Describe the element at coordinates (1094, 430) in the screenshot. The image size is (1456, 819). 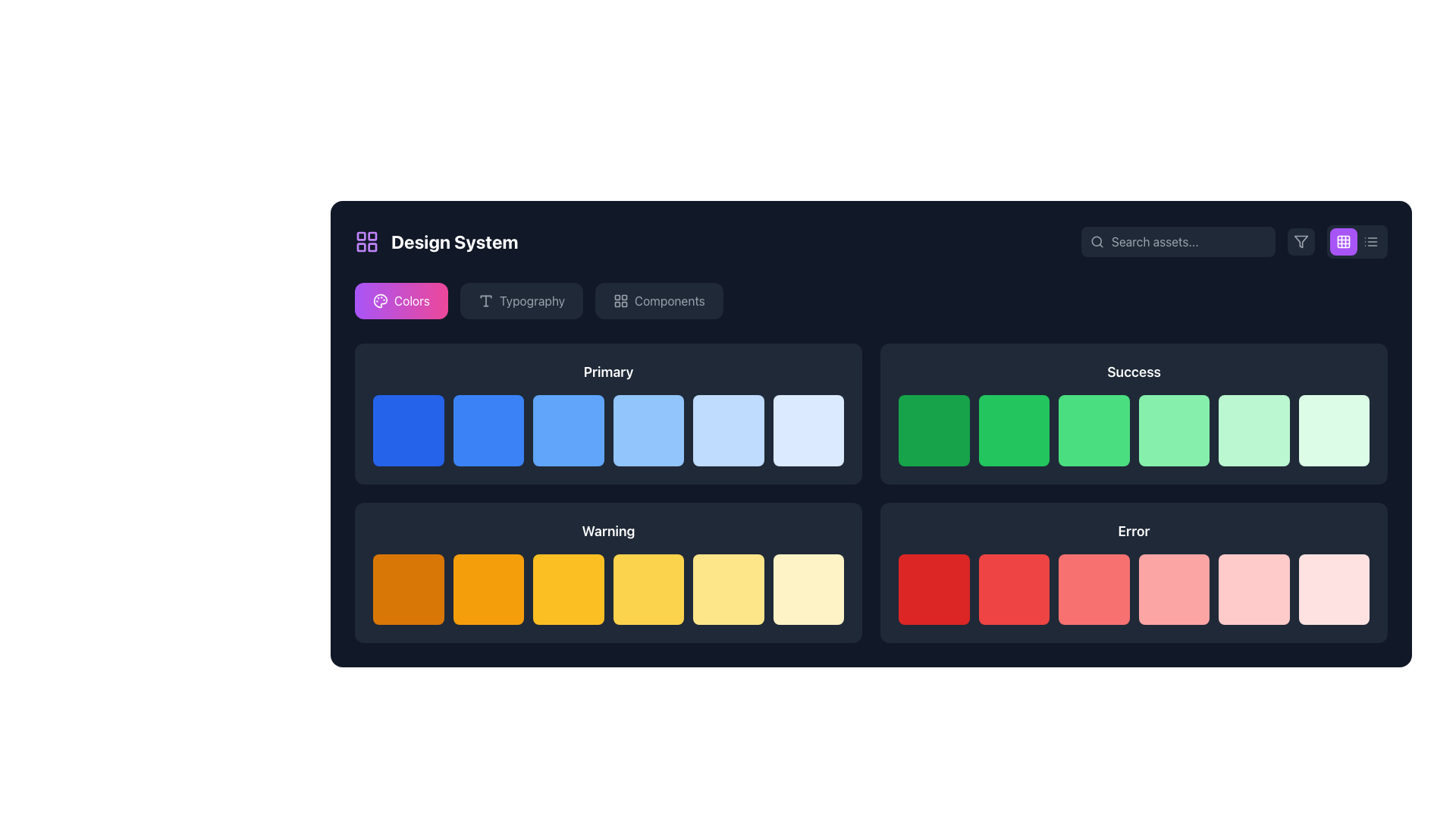
I see `the fourth selectable square button with a green background located in the 'Success' section of the grid layout` at that location.